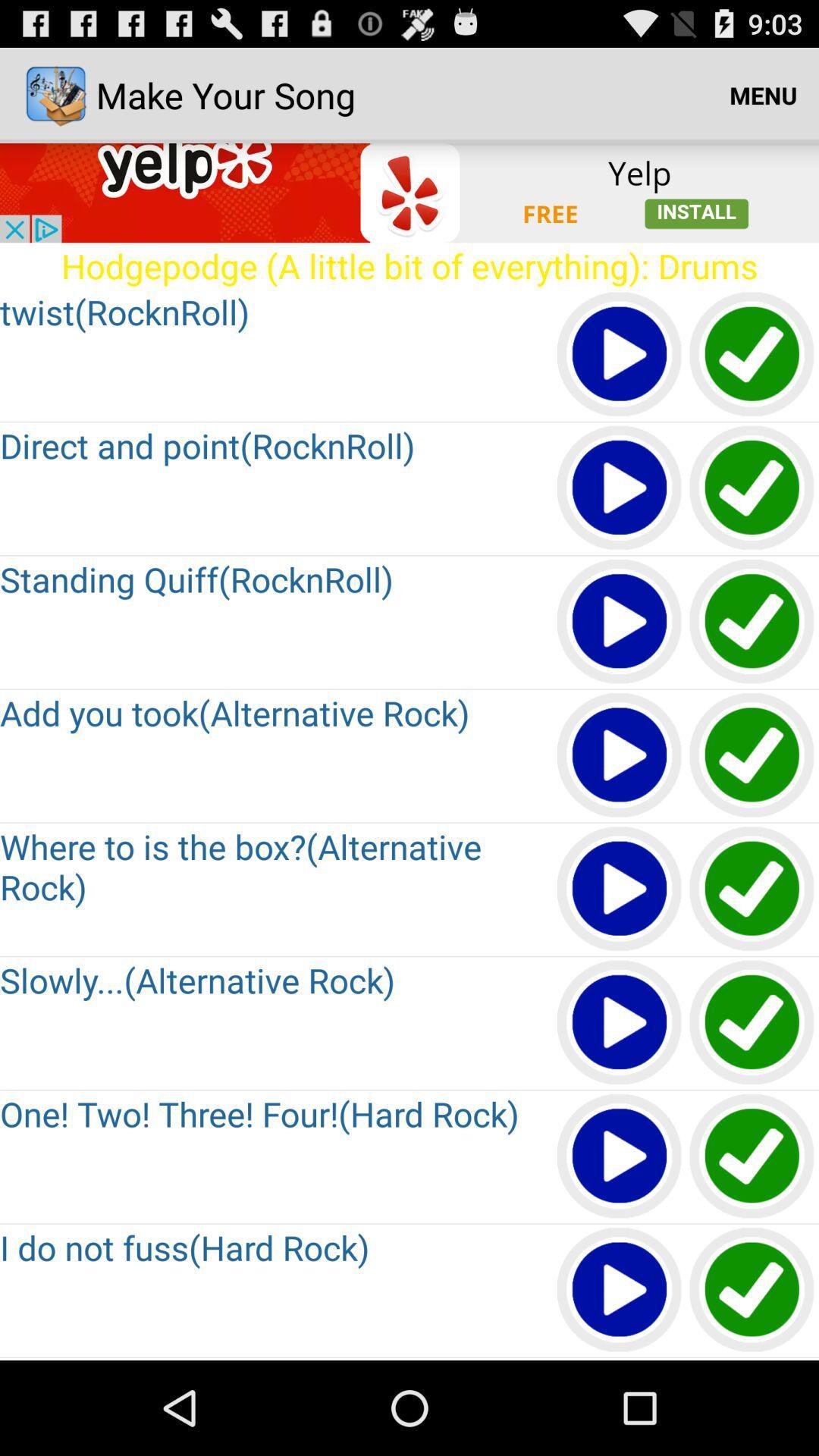 The image size is (819, 1456). I want to click on song, so click(620, 622).